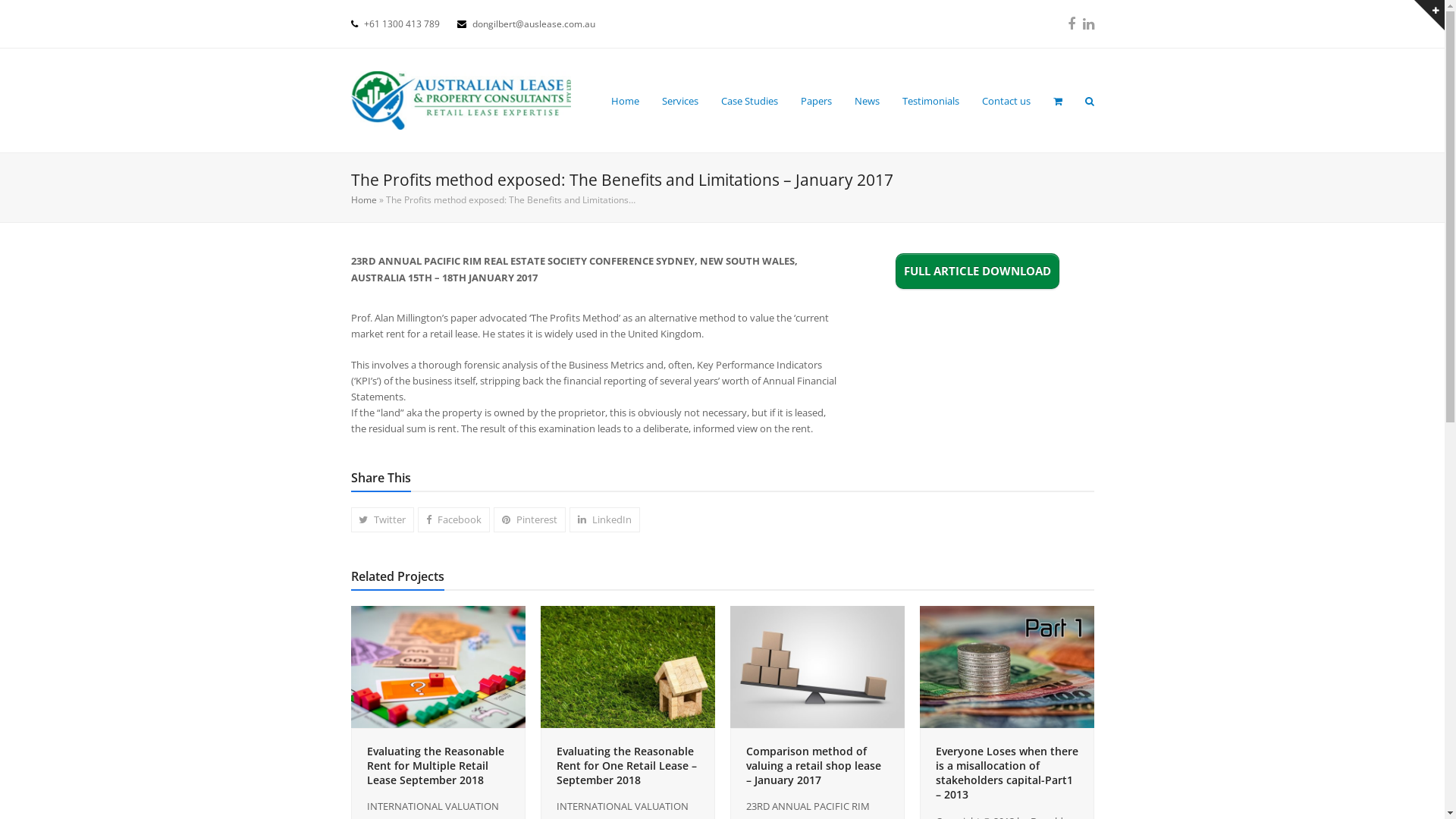 This screenshot has height=819, width=1456. I want to click on 'dongilbert@auslease.com.au', so click(471, 24).